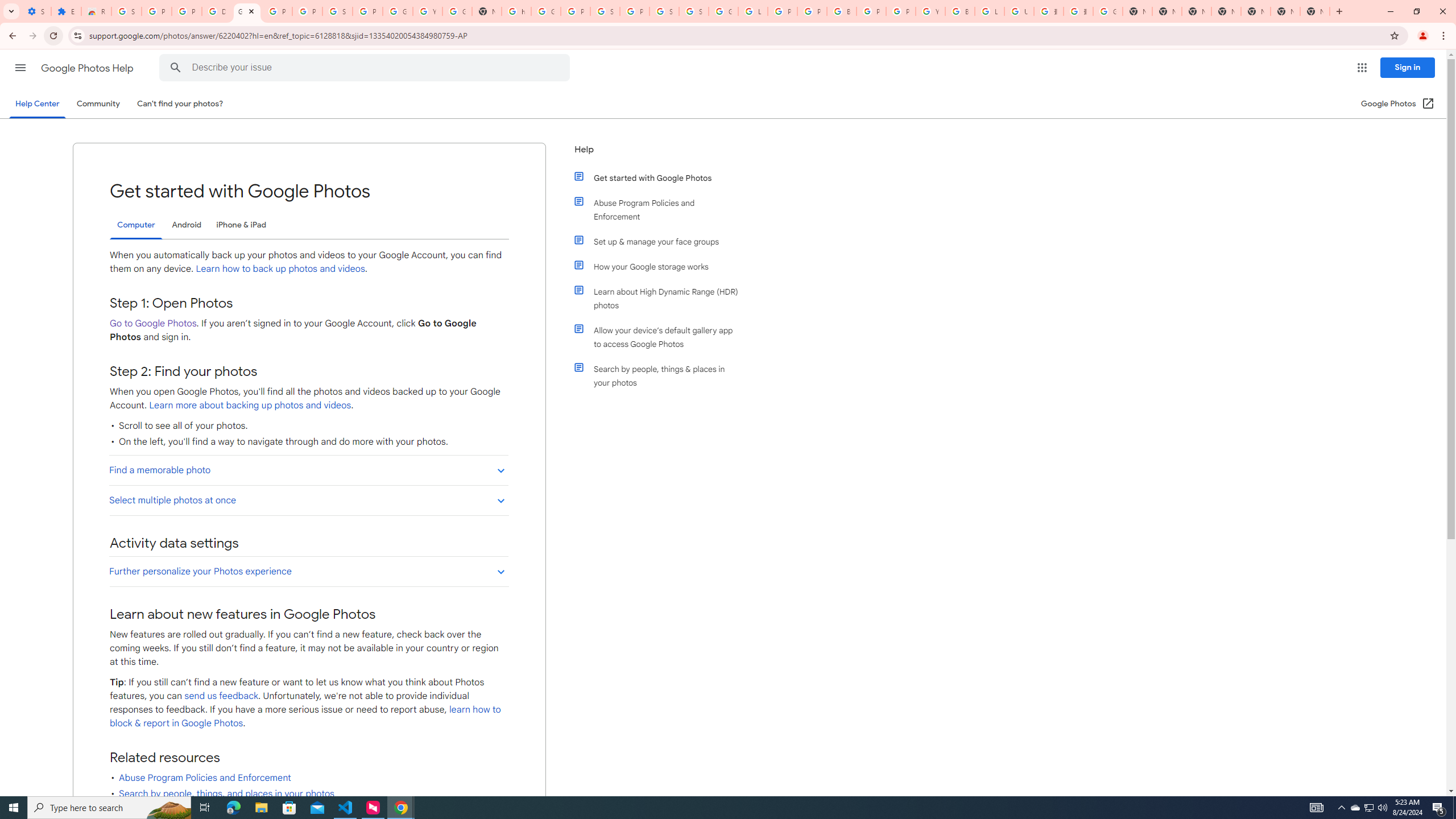 This screenshot has width=1456, height=819. I want to click on 'iPhone & iPad', so click(241, 224).